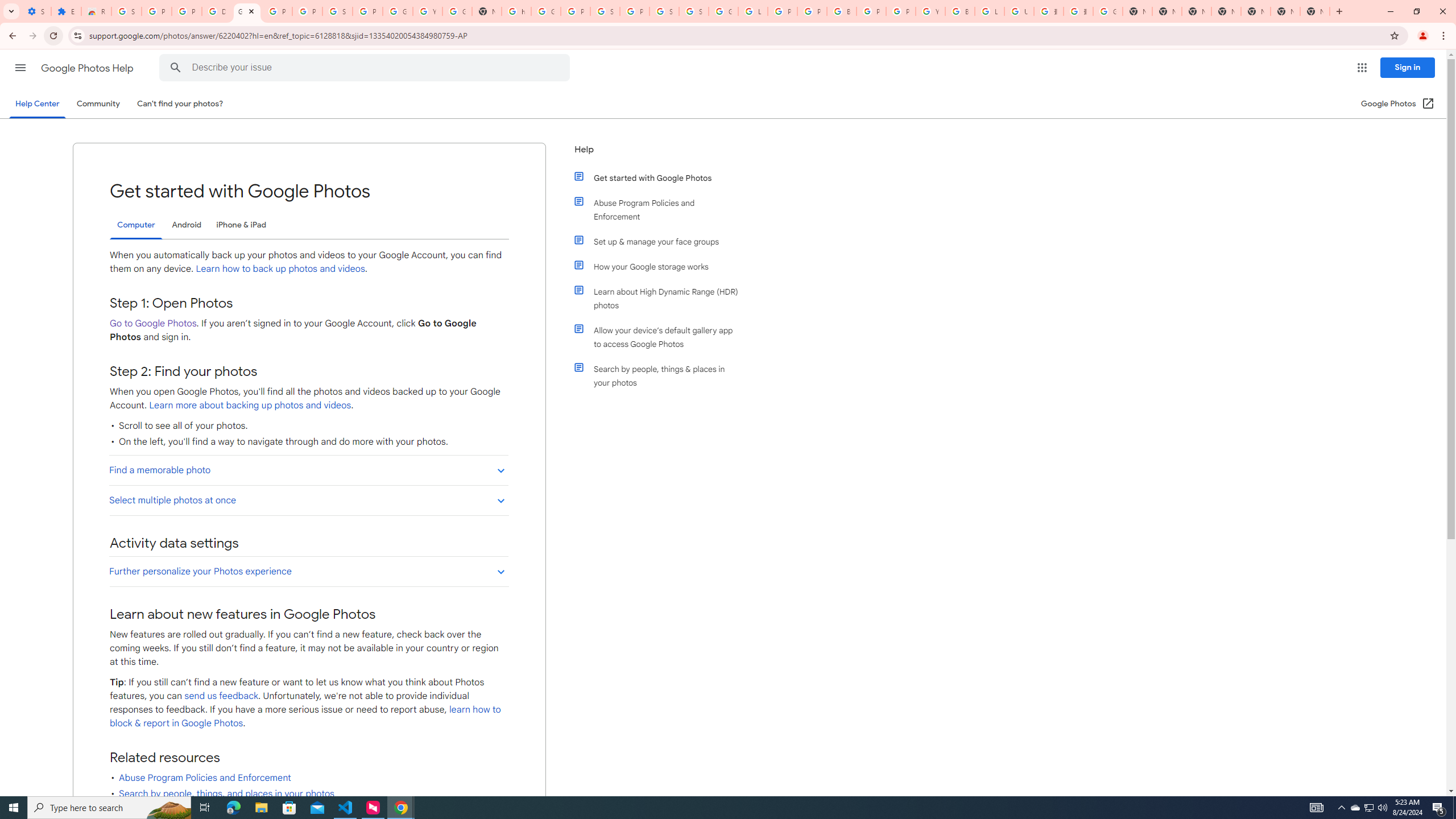 This screenshot has width=1456, height=819. I want to click on 'iPhone & iPad', so click(241, 224).